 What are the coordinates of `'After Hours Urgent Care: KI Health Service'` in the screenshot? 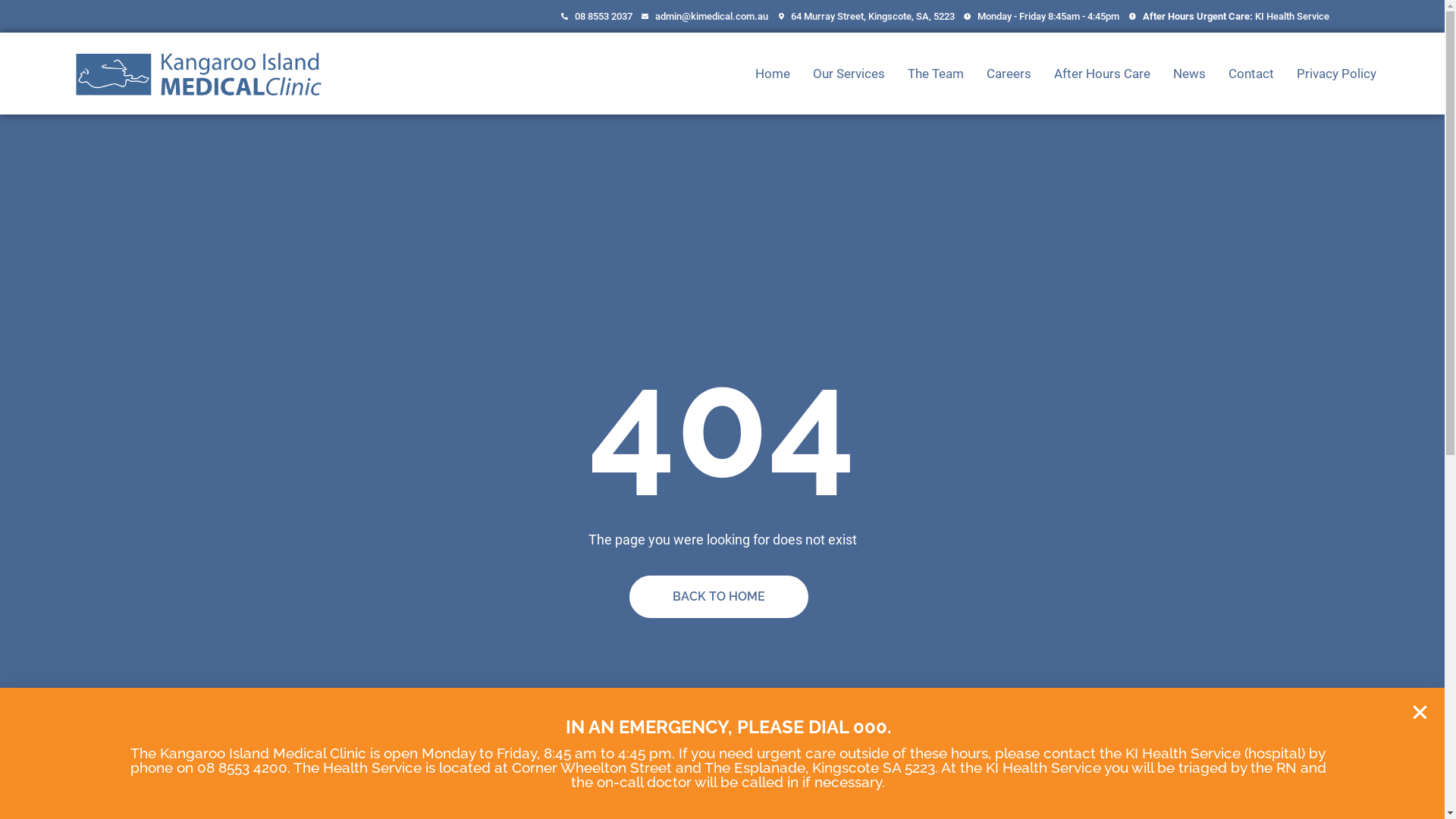 It's located at (1227, 17).